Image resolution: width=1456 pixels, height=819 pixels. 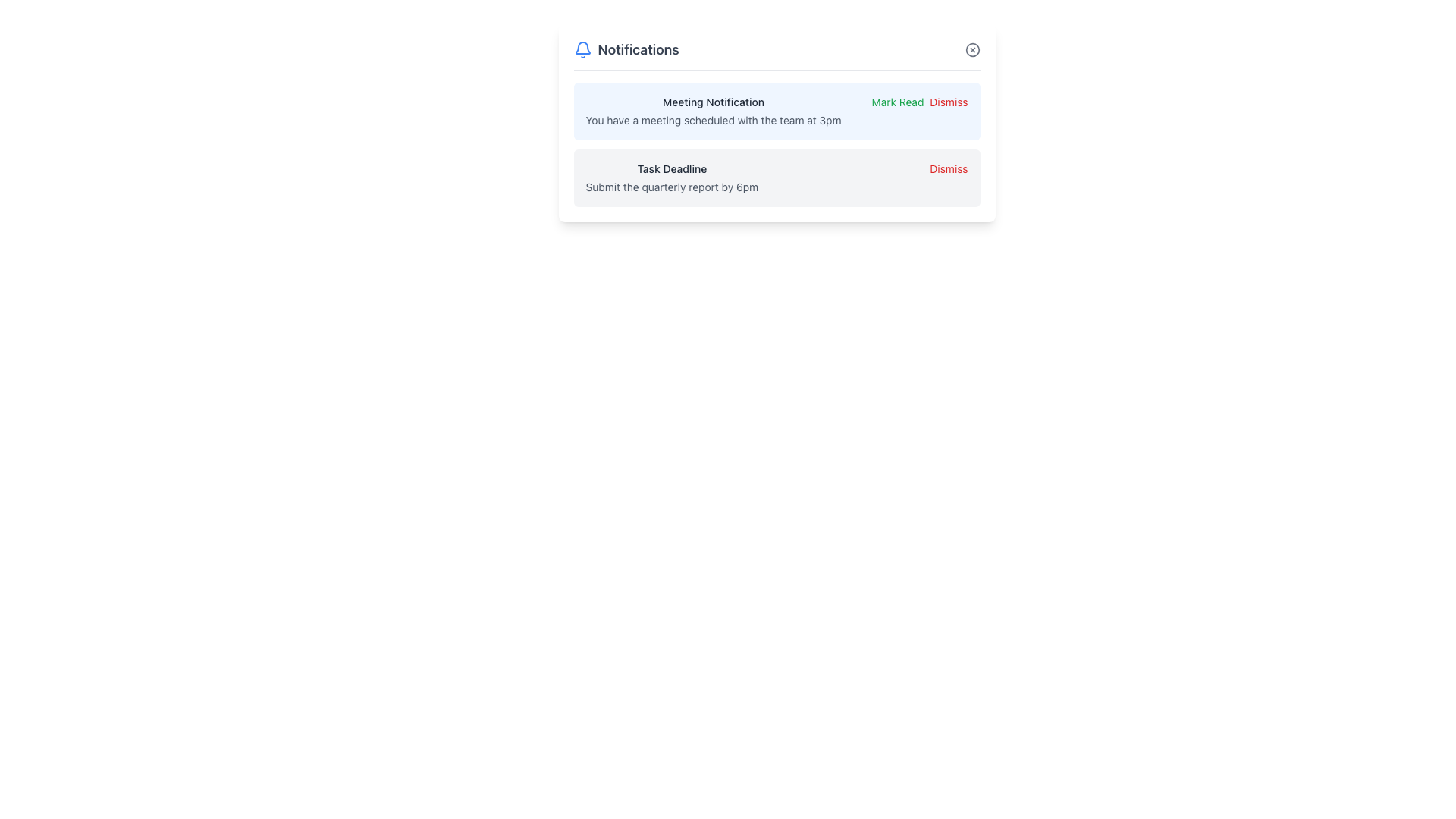 What do you see at coordinates (712, 119) in the screenshot?
I see `the text element providing additional details about the meeting notification, located directly below the 'Meeting Notification' text within the notification card` at bounding box center [712, 119].